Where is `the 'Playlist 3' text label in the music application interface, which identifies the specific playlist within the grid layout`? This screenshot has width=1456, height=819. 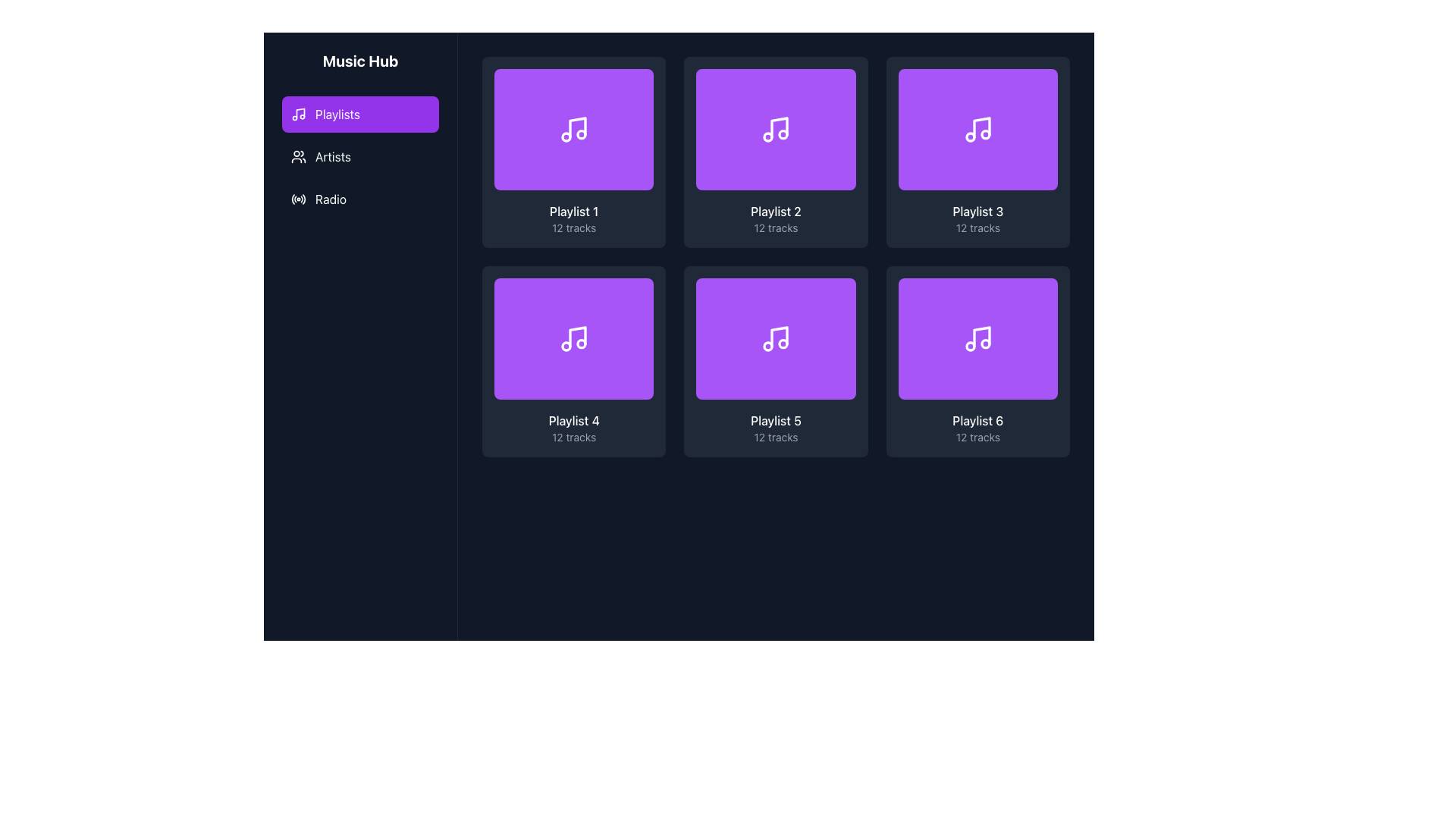 the 'Playlist 3' text label in the music application interface, which identifies the specific playlist within the grid layout is located at coordinates (977, 211).